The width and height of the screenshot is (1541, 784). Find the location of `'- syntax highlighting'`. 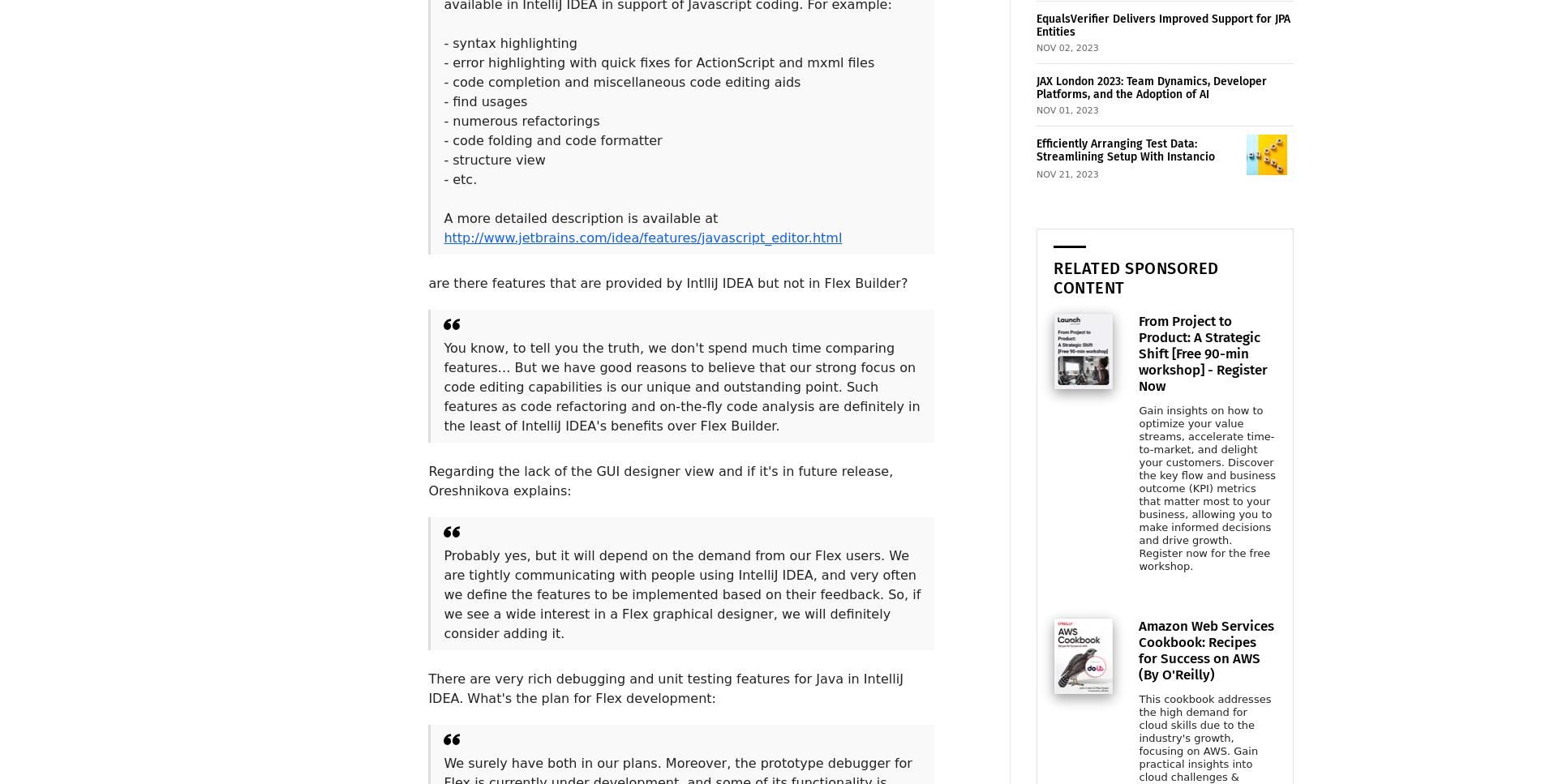

'- syntax highlighting' is located at coordinates (444, 42).